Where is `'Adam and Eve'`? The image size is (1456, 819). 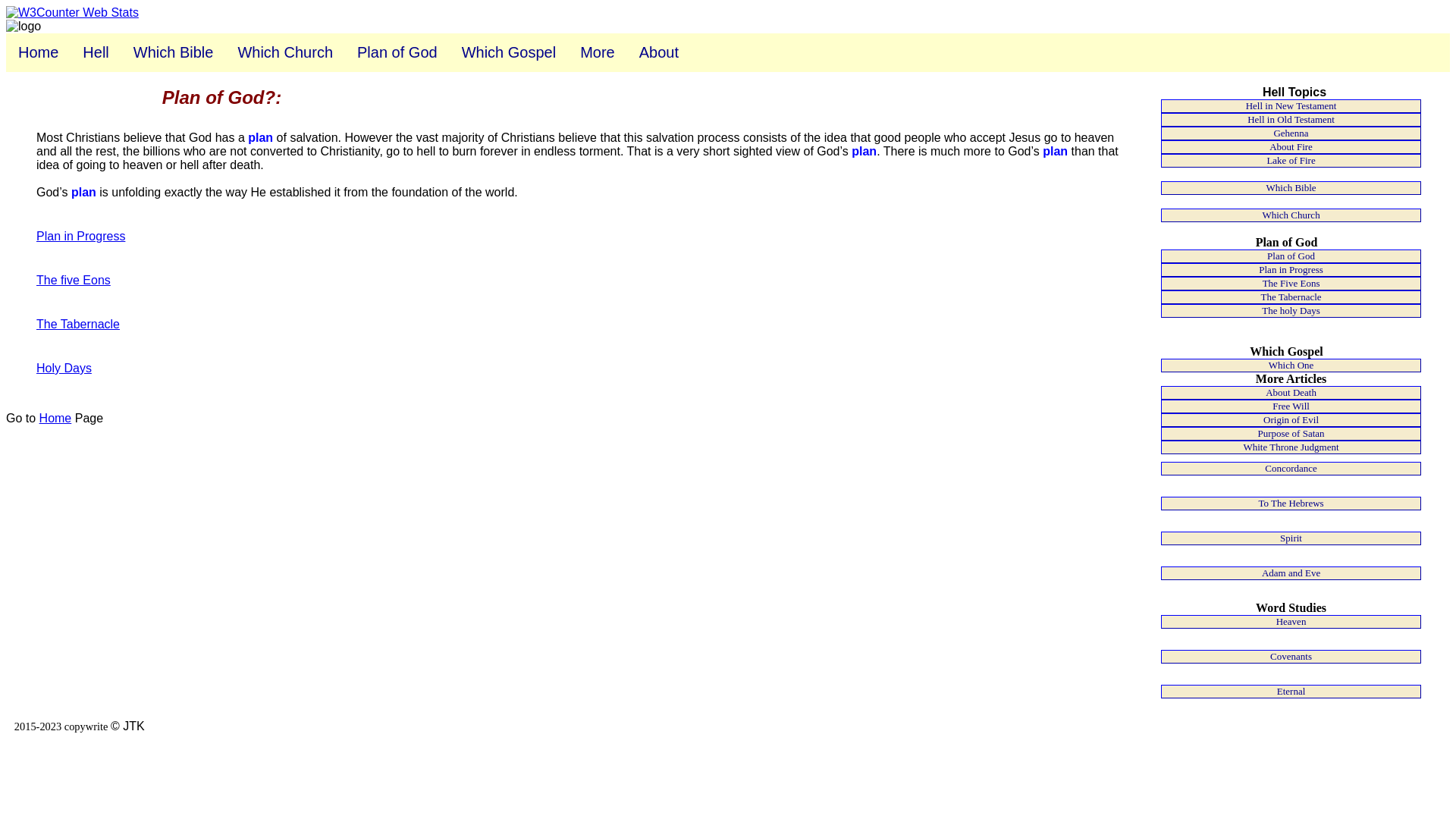
'Adam and Eve' is located at coordinates (1290, 573).